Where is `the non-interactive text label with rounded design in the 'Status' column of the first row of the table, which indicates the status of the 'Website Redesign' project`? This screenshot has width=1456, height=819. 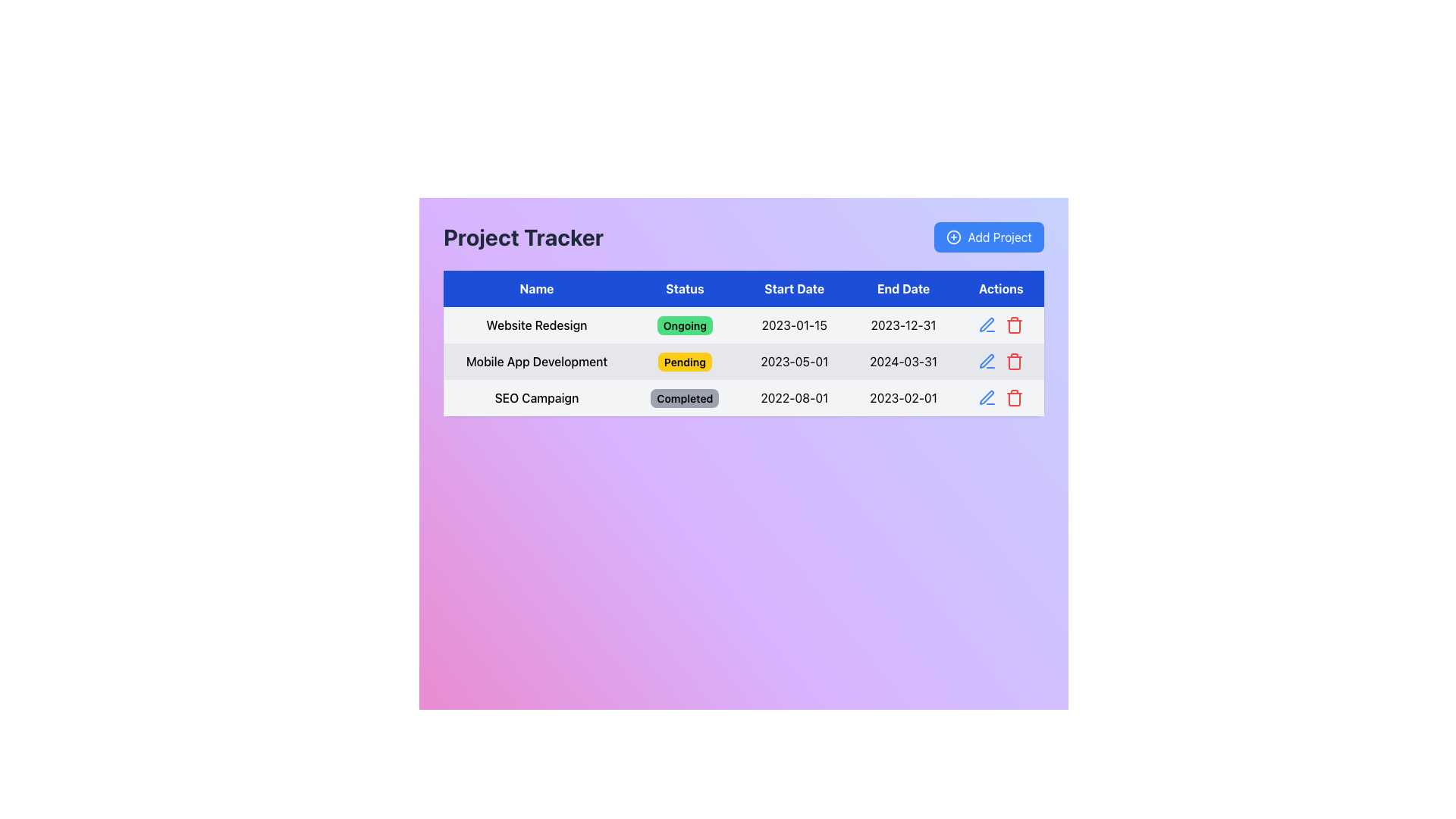
the non-interactive text label with rounded design in the 'Status' column of the first row of the table, which indicates the status of the 'Website Redesign' project is located at coordinates (684, 325).